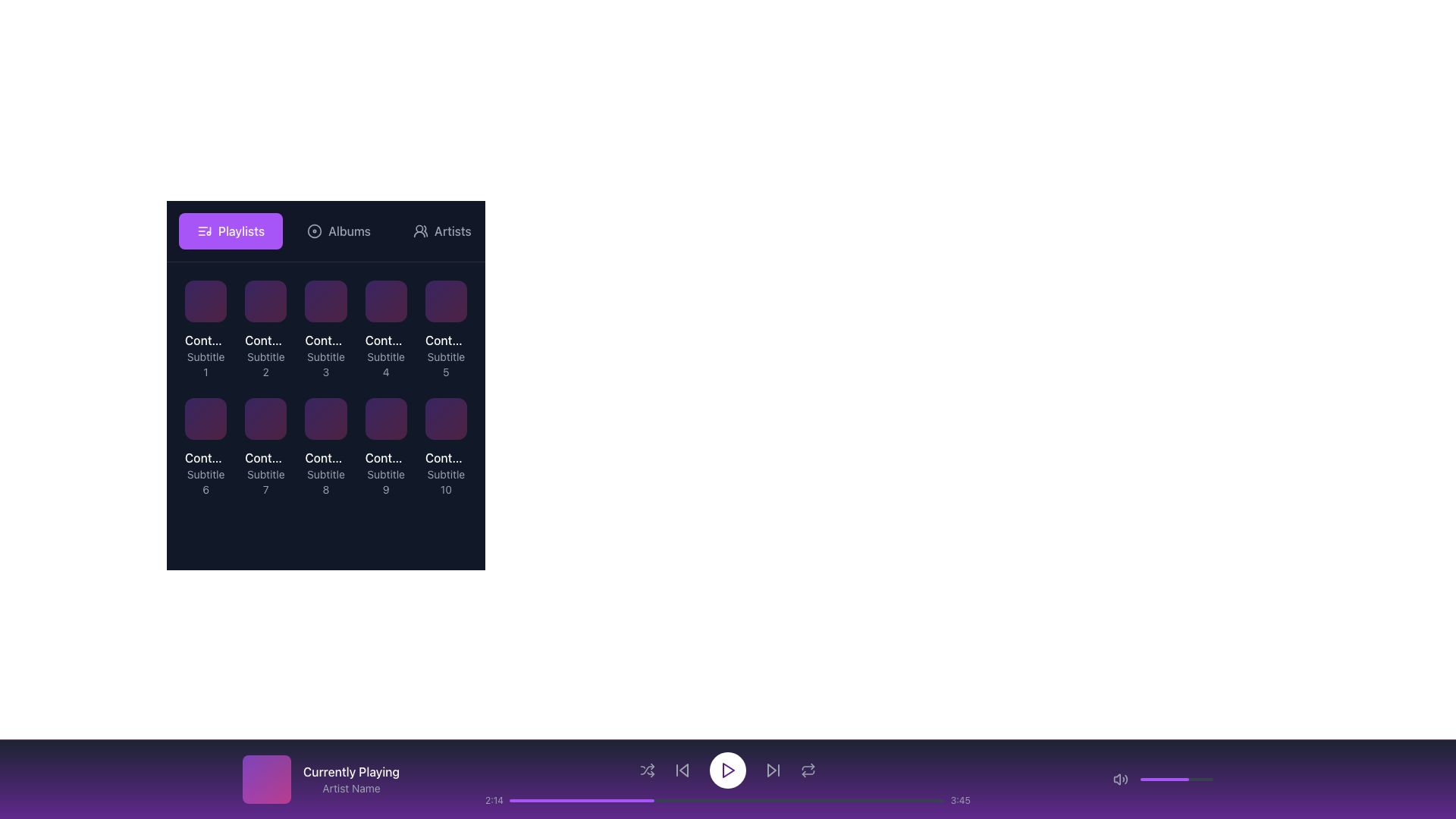 This screenshot has height=819, width=1456. What do you see at coordinates (325, 419) in the screenshot?
I see `the Graphic Tile, which is a square with rounded corners styled in a gradient from light purple to pink, located in the middle row, third column from the left, representing 'Content Title 8 Subtitle 8'` at bounding box center [325, 419].